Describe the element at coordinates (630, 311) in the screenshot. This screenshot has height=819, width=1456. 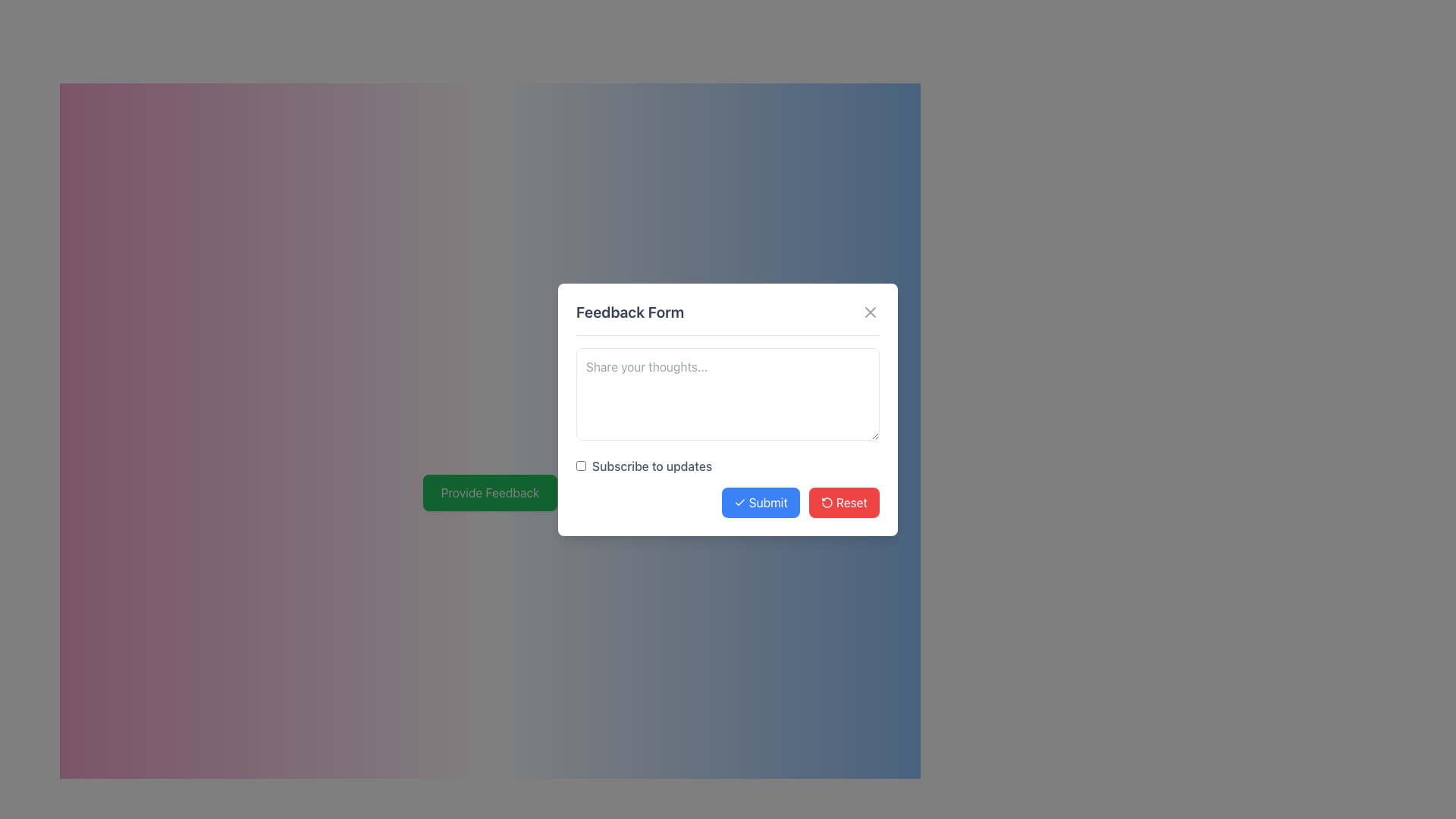
I see `the 'Feedback Form' text label, which is styled in a prominent, bold, large dark gray font at the top-left corner of the popup form interface, positioned to the left of the close button` at that location.